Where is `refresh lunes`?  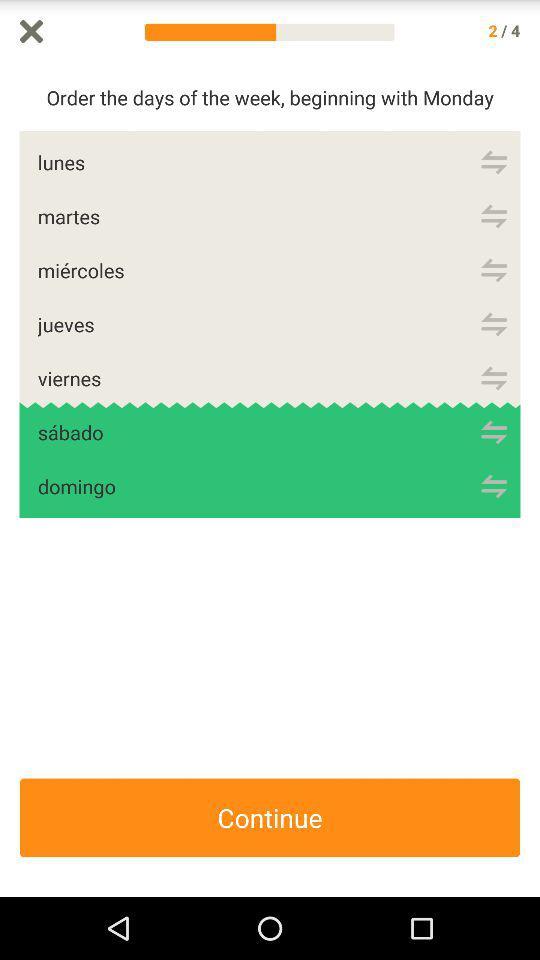
refresh lunes is located at coordinates (493, 161).